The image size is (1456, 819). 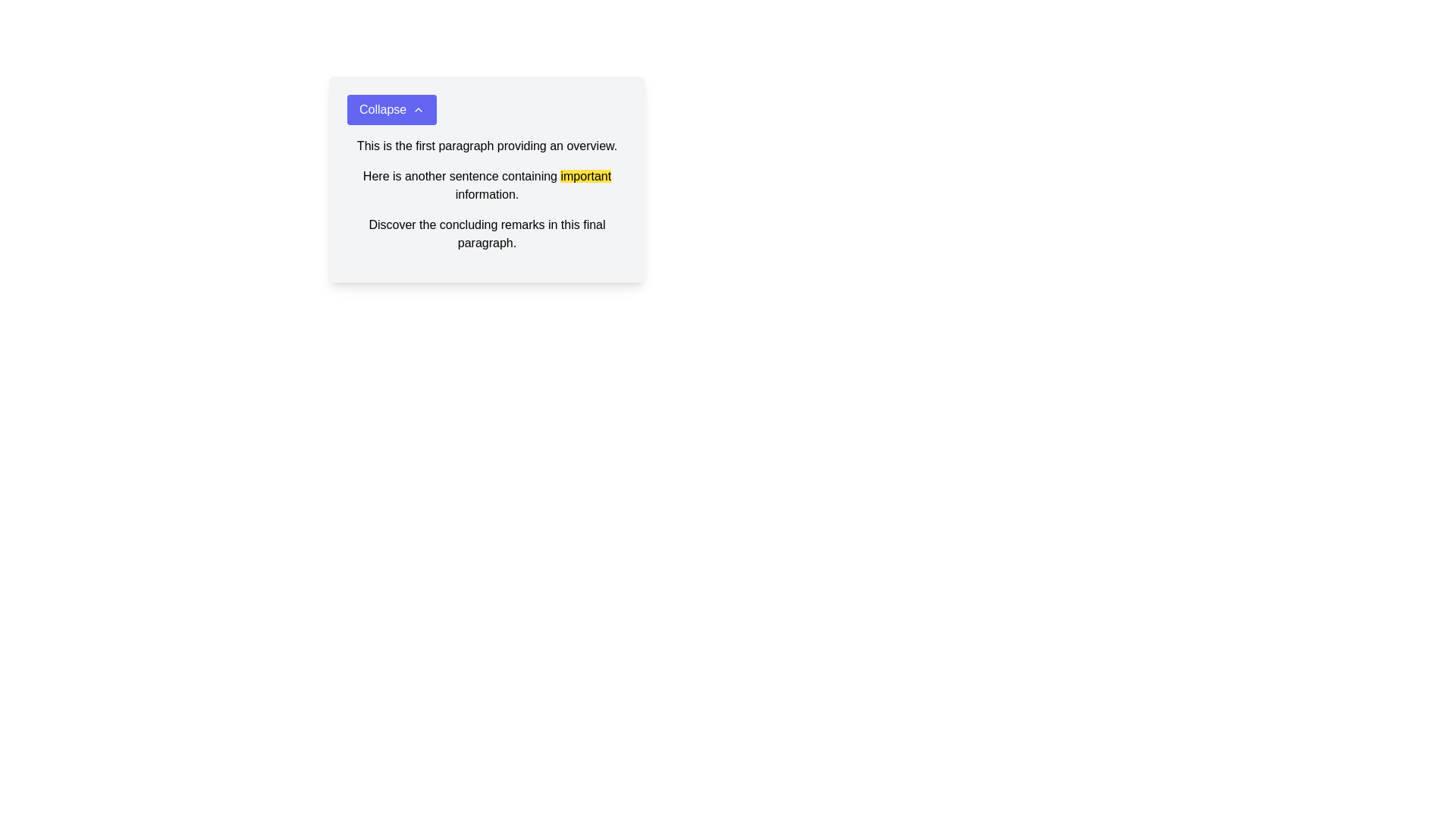 I want to click on the highlighted word 'important' which is displayed in yellow with black text, located in the middle section of the page within a sentence, so click(x=585, y=175).